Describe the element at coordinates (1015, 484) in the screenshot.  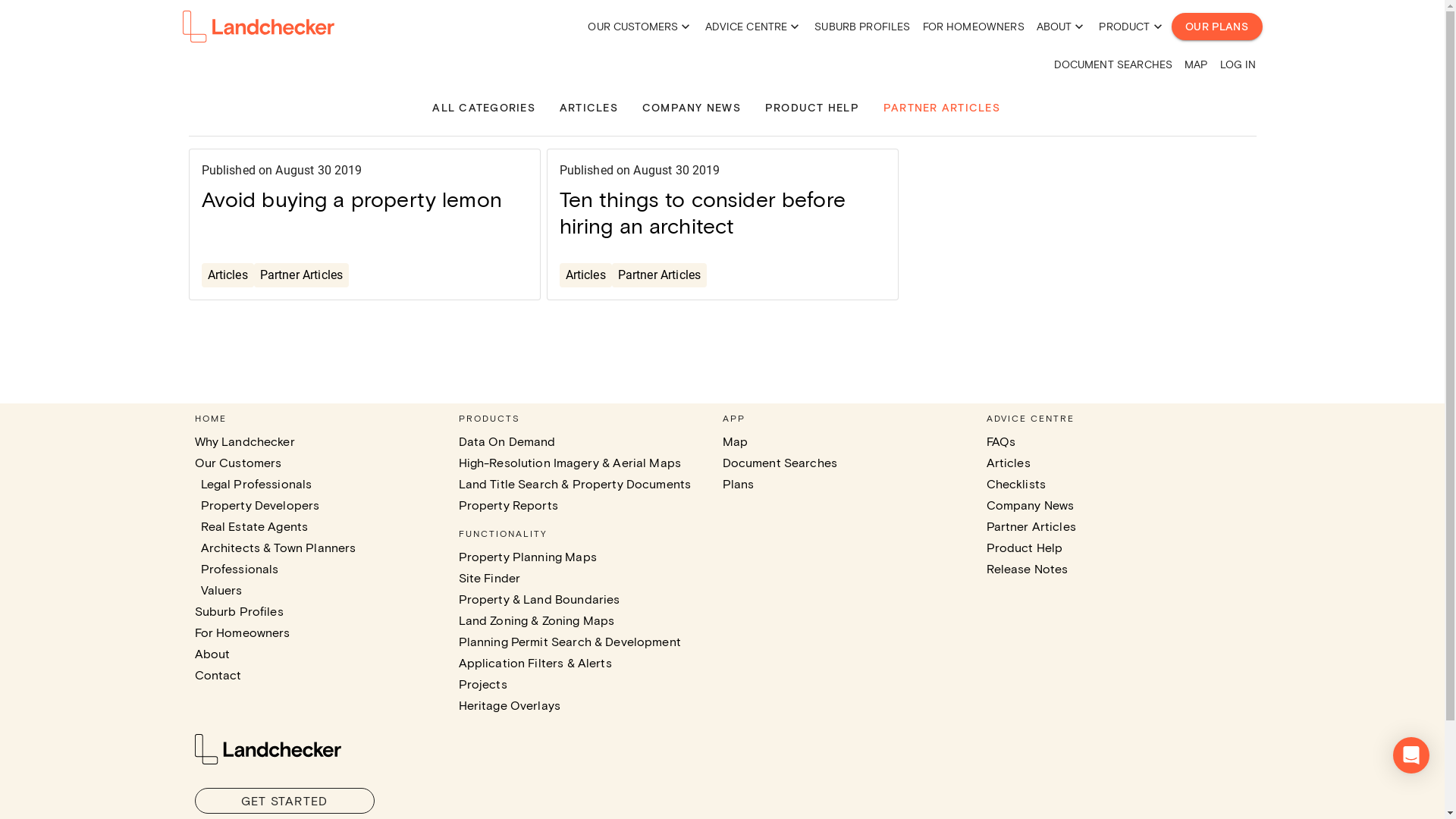
I see `'Checklists'` at that location.